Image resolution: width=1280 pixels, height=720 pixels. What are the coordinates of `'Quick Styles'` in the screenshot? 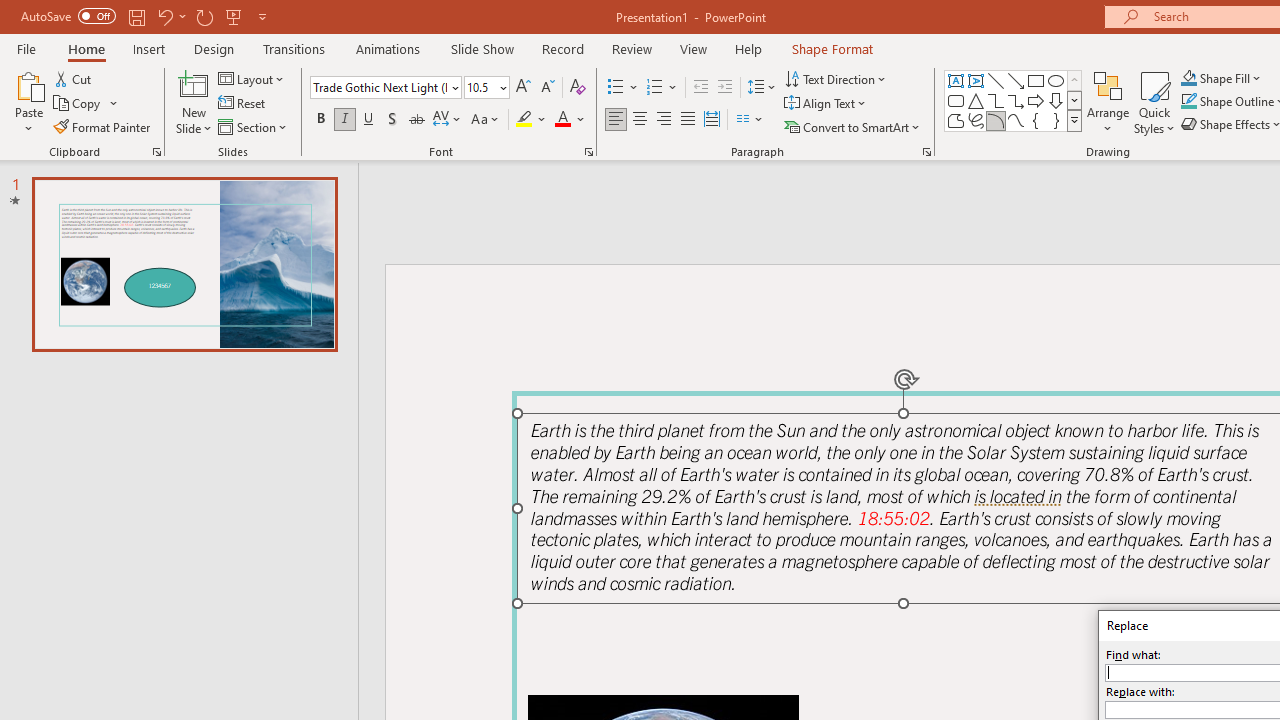 It's located at (1154, 103).